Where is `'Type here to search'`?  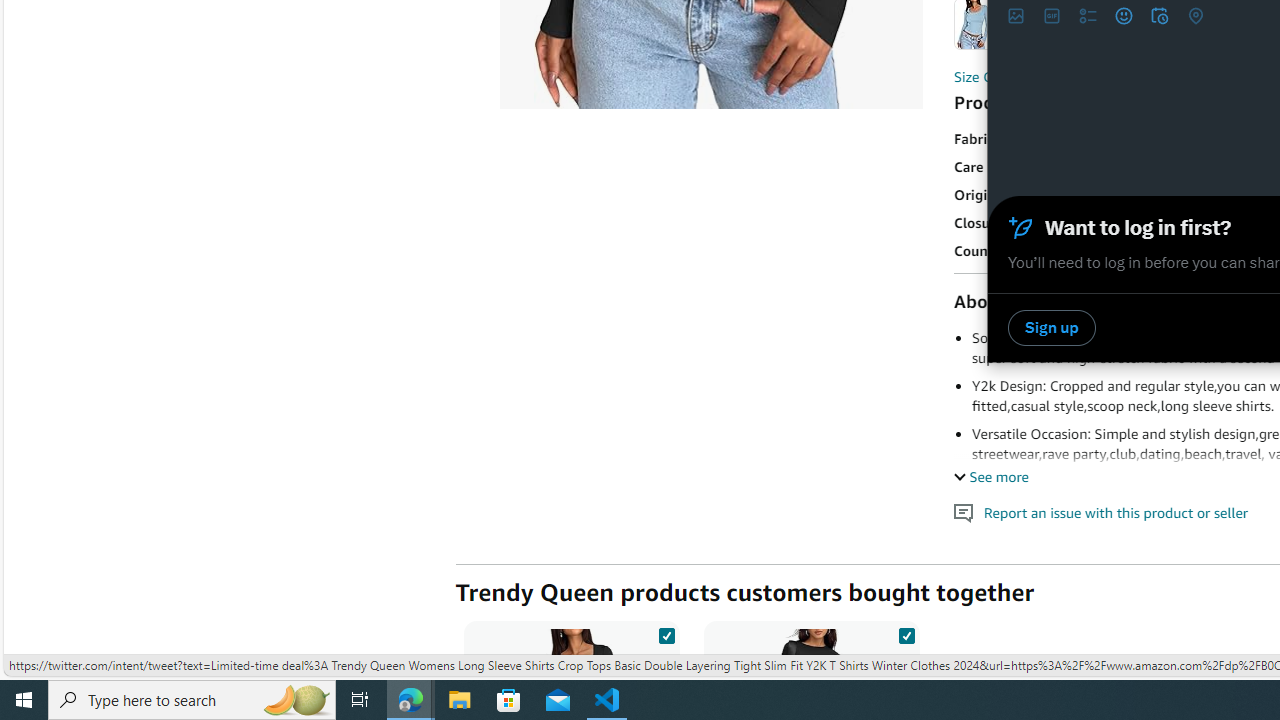
'Type here to search' is located at coordinates (192, 698).